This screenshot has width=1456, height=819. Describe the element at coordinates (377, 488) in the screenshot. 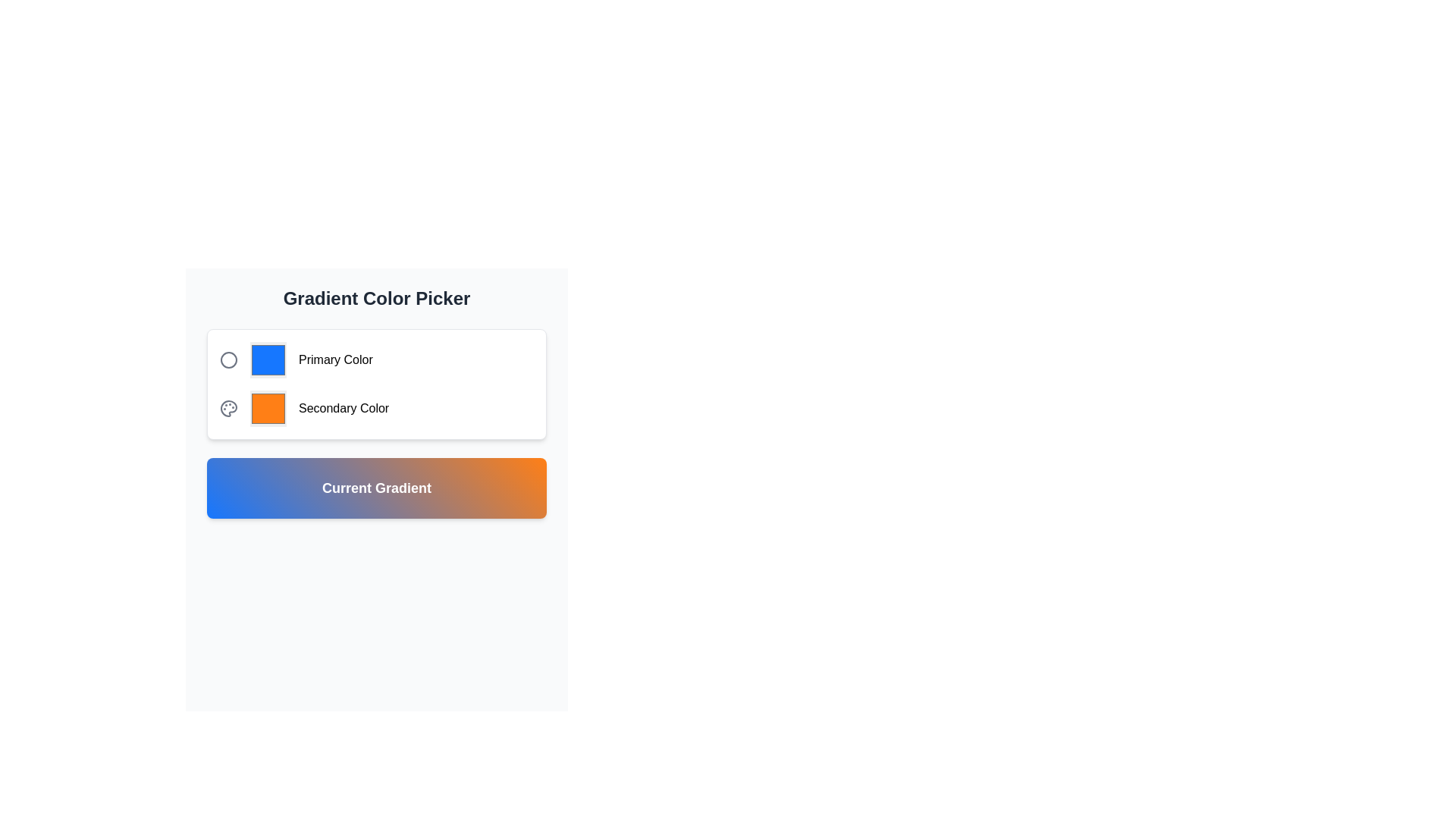

I see `the Display Panel labeled 'Current Gradient', which features a gradient background transitioning from blue to orange and contains bold white text` at that location.